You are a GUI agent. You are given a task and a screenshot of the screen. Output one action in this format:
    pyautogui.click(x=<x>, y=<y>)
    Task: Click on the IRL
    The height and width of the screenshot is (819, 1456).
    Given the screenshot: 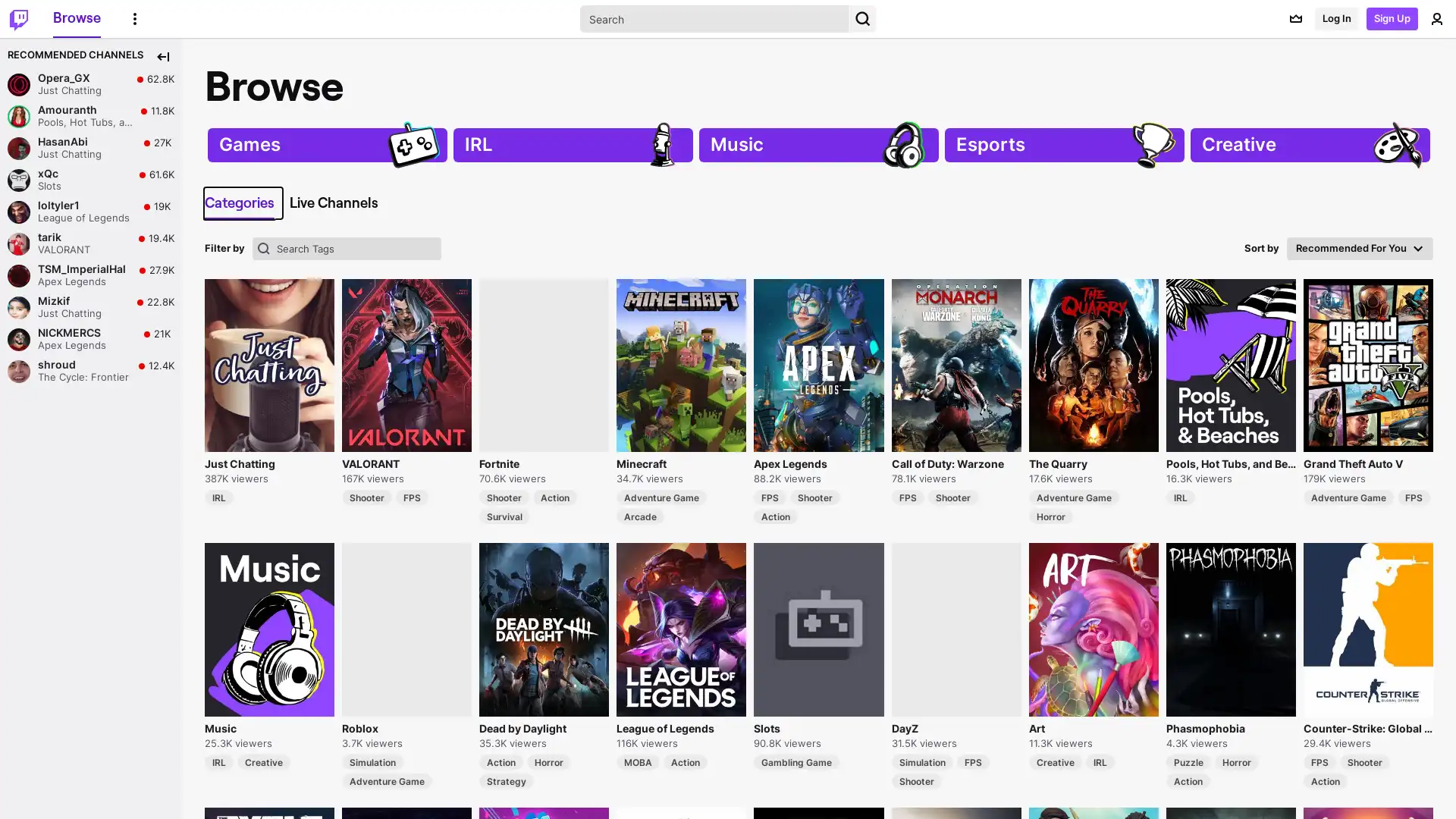 What is the action you would take?
    pyautogui.click(x=1178, y=497)
    